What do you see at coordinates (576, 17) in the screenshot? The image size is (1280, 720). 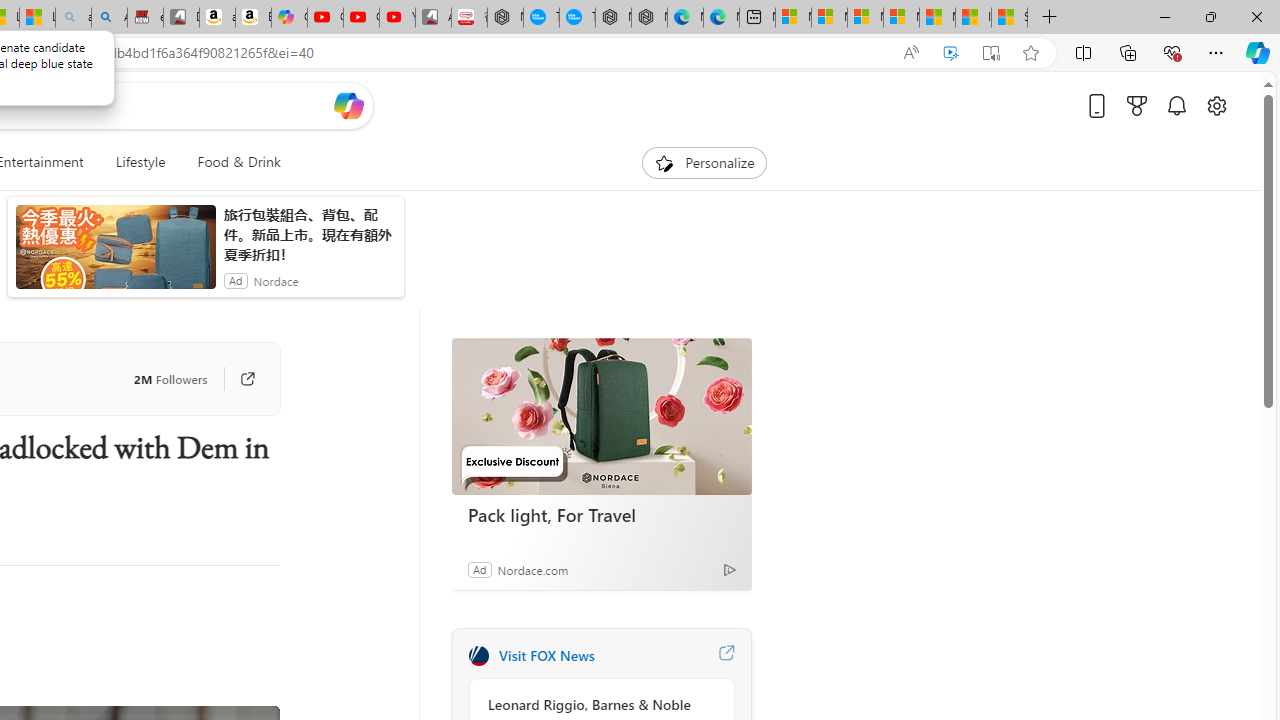 I see `'The most popular Google '` at bounding box center [576, 17].